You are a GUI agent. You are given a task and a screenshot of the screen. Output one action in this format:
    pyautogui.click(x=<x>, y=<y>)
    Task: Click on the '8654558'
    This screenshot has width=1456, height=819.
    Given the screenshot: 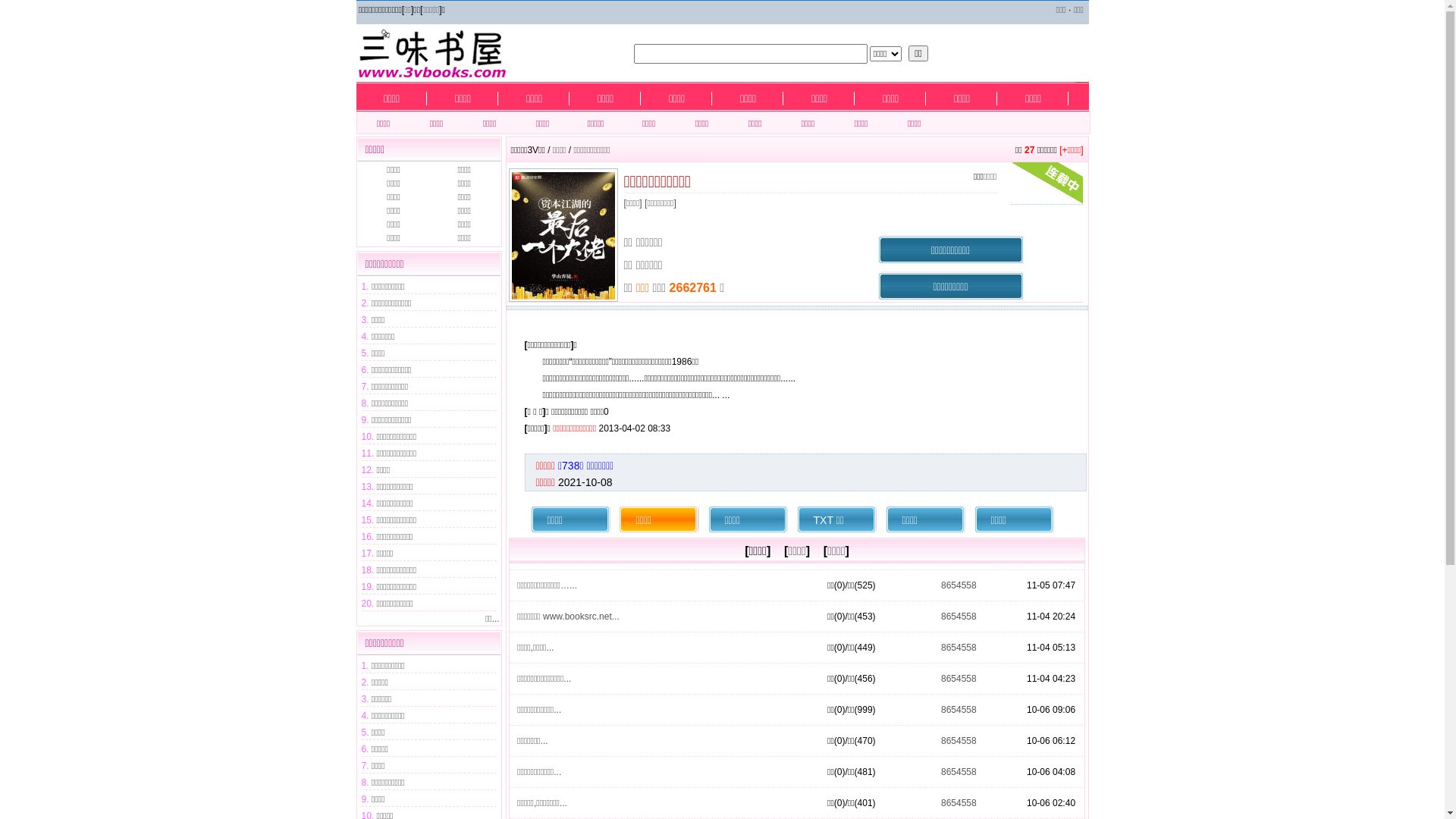 What is the action you would take?
    pyautogui.click(x=940, y=647)
    